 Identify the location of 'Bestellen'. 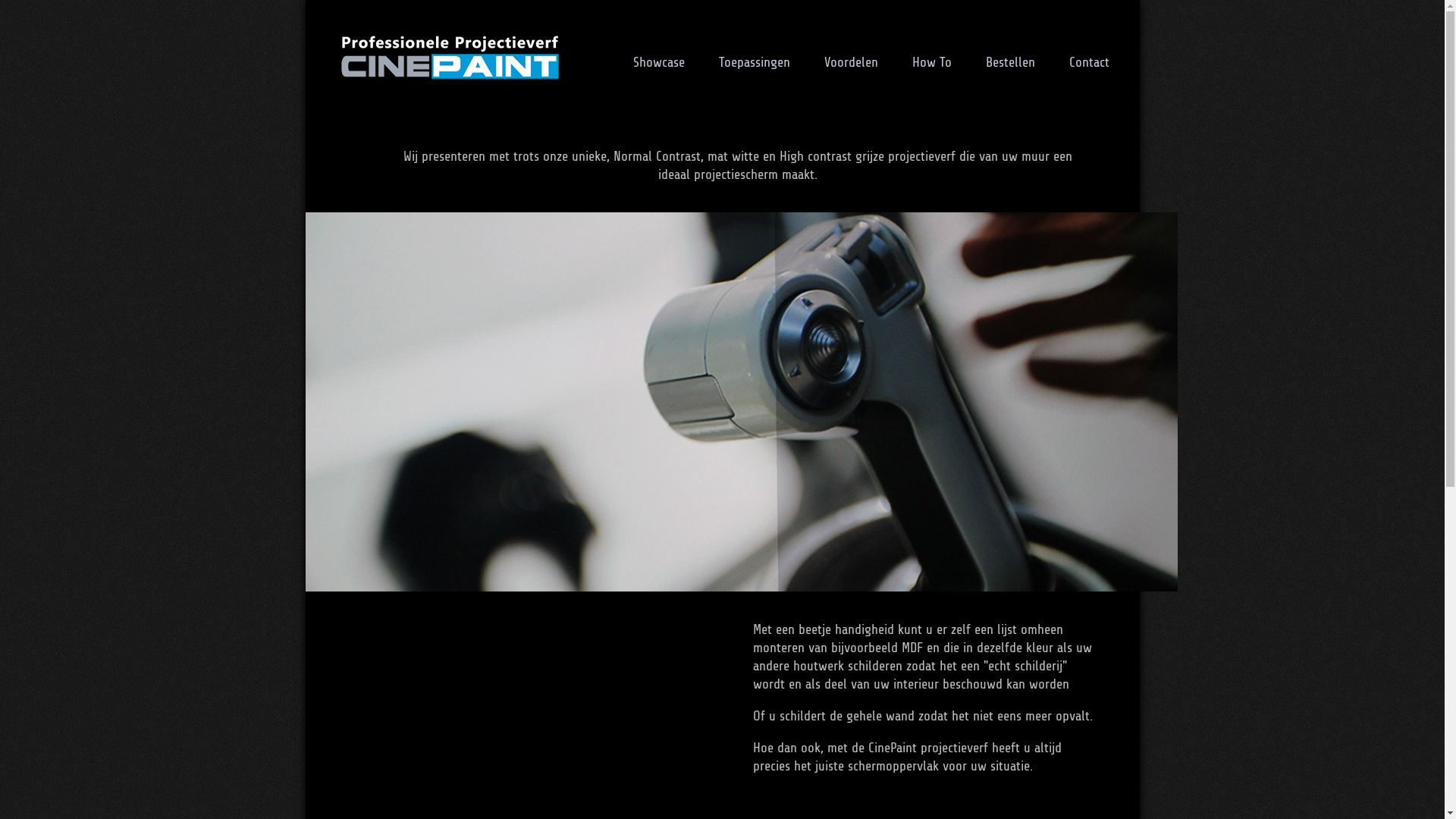
(1010, 61).